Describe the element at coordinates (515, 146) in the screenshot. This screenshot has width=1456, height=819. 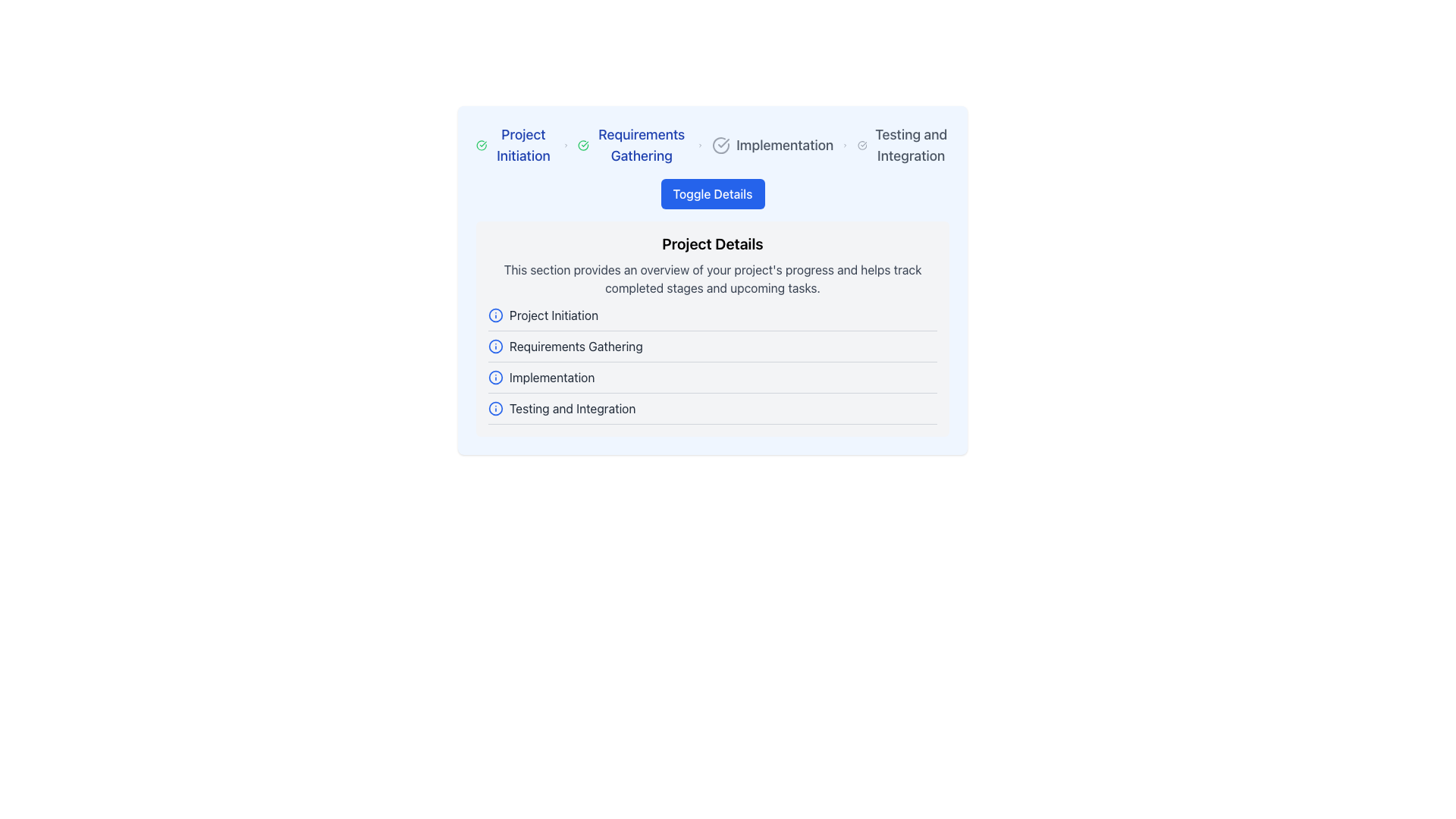
I see `the 'Project Initiation' labeled icon, which features a blue font and a green checkmark icon` at that location.